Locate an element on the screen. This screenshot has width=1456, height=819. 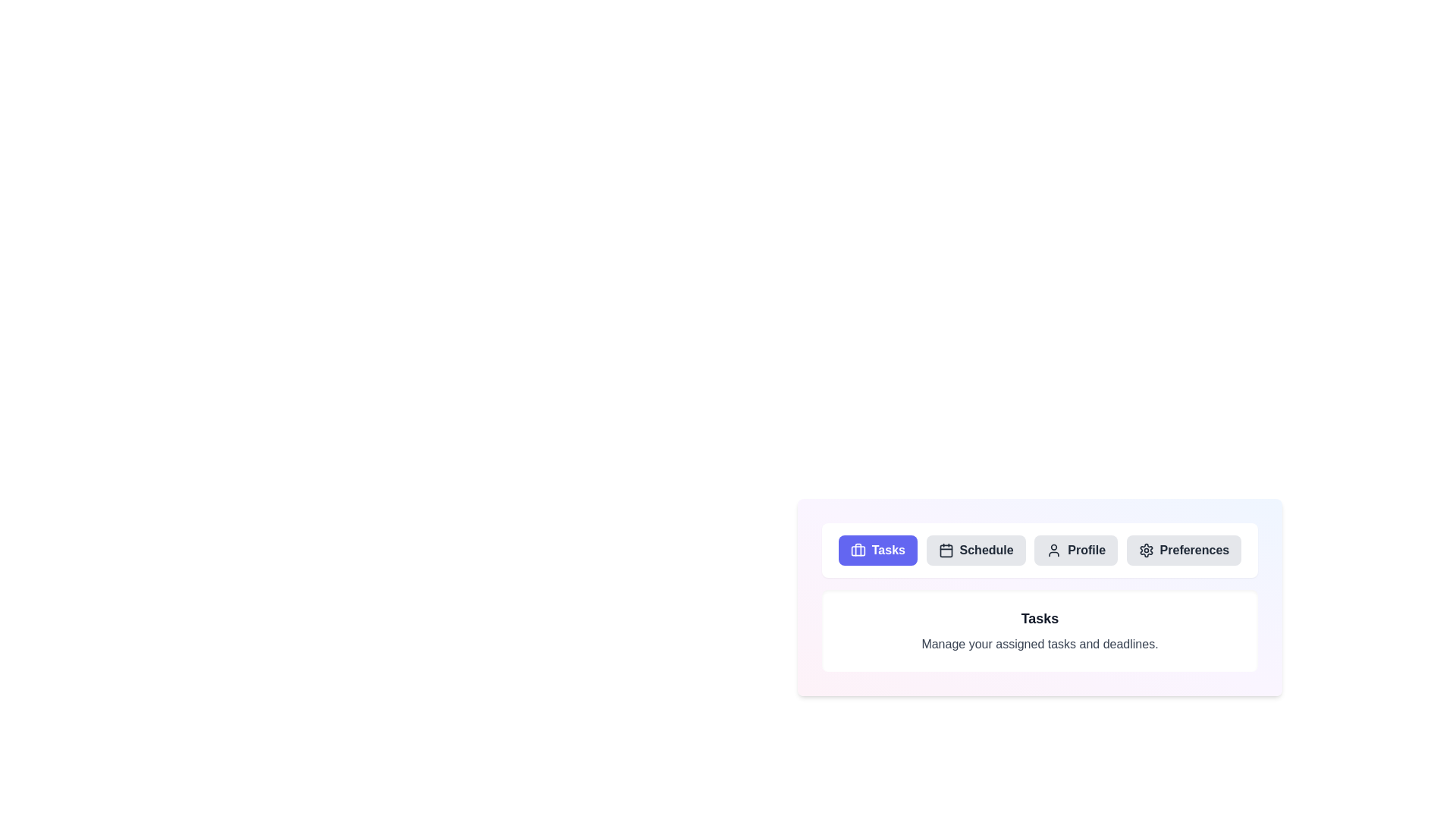
the Profile tab is located at coordinates (1075, 550).